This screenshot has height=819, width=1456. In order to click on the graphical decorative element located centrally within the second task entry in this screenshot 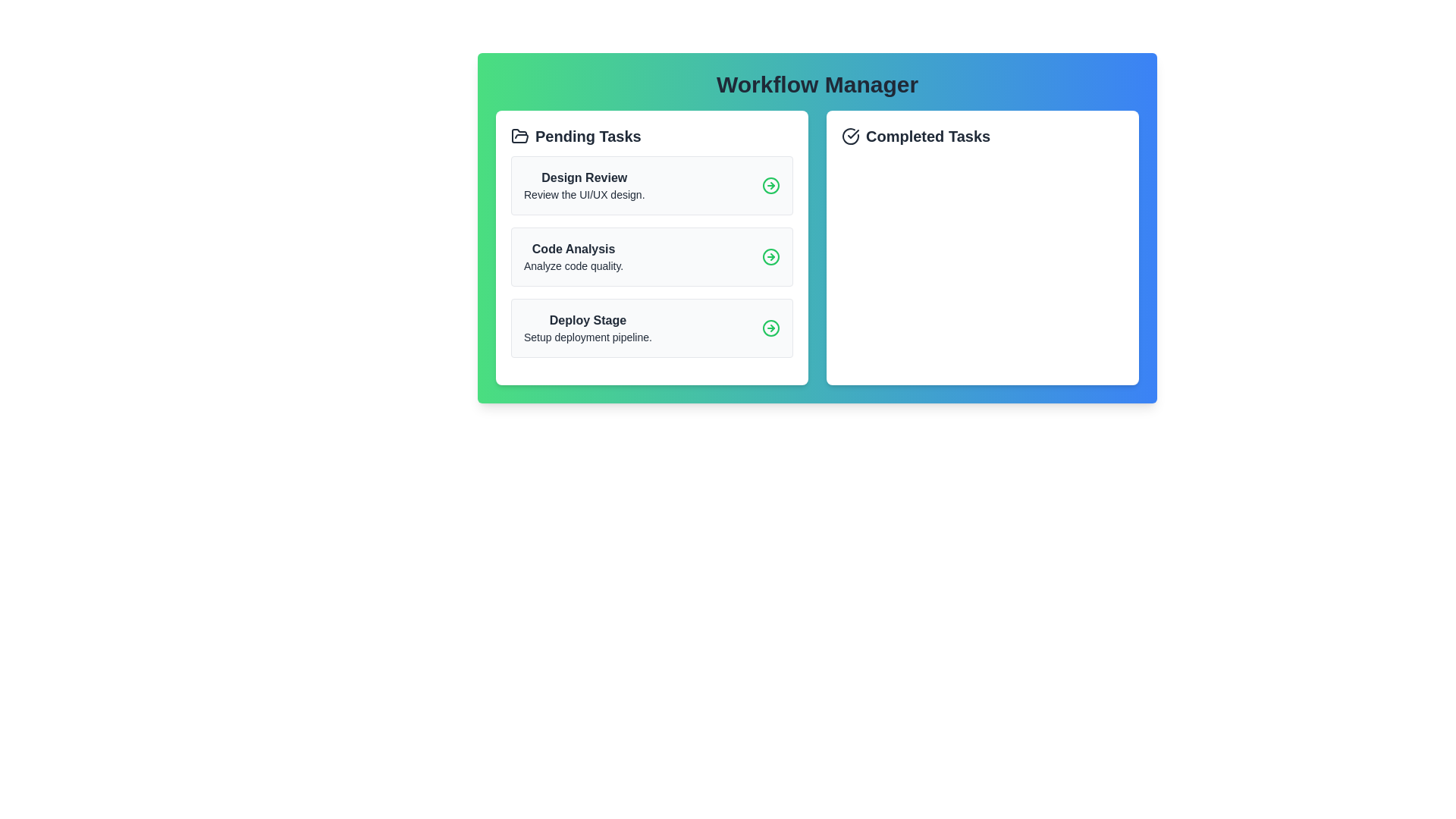, I will do `click(771, 256)`.